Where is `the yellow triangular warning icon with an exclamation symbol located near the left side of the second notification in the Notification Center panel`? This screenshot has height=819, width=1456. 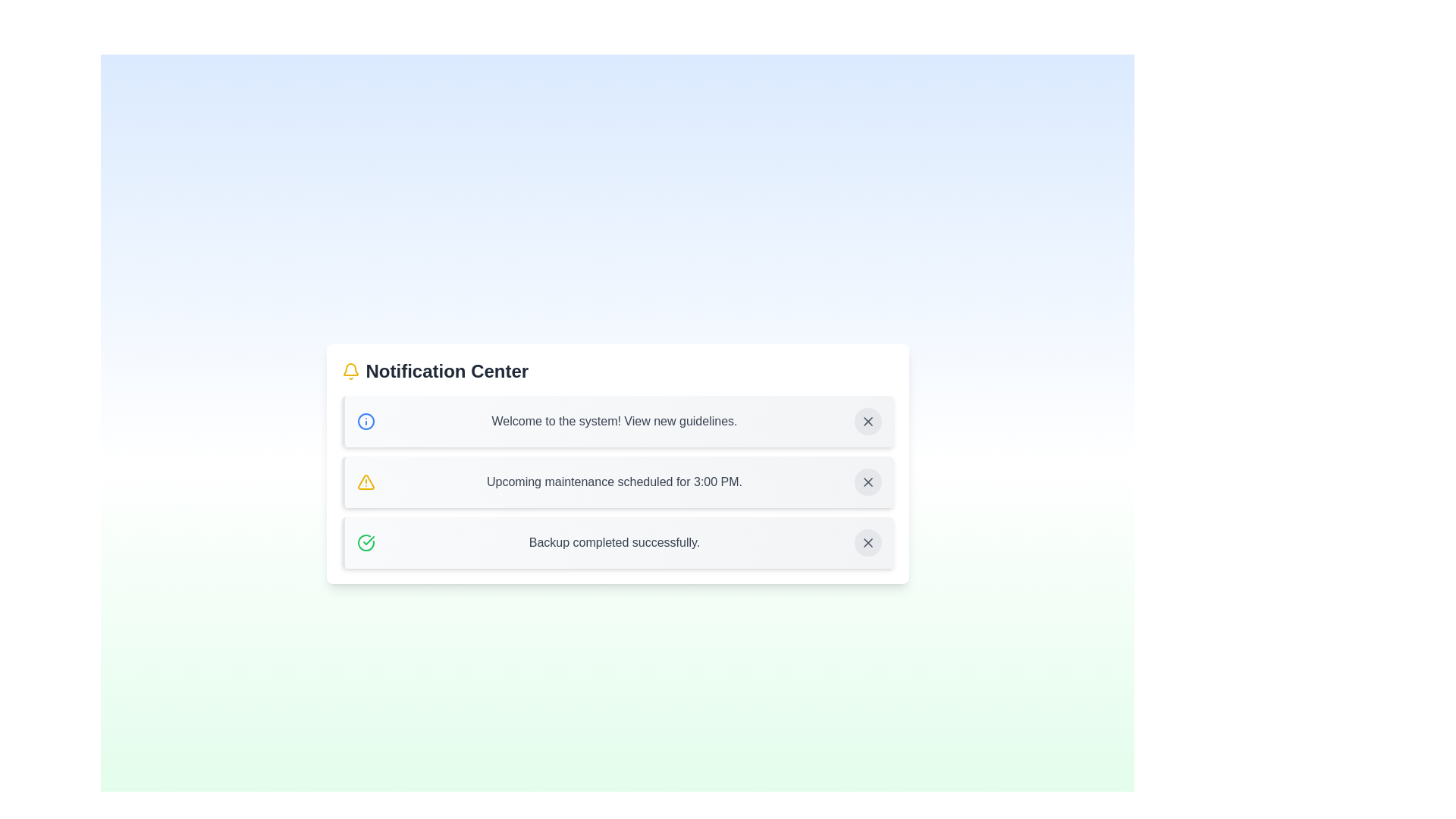
the yellow triangular warning icon with an exclamation symbol located near the left side of the second notification in the Notification Center panel is located at coordinates (366, 482).